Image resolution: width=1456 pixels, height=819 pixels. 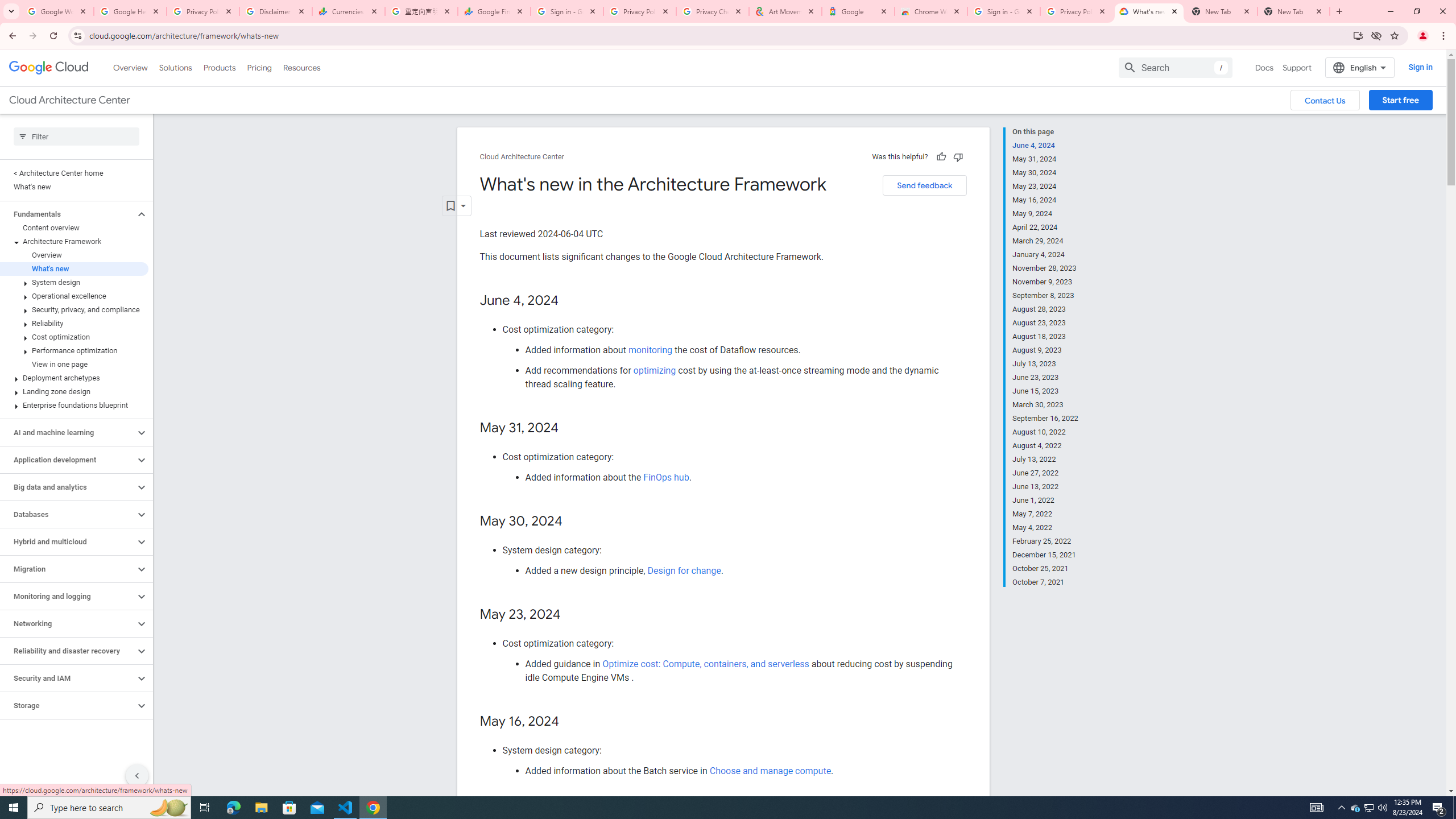 I want to click on 'May 4, 2022', so click(x=1045, y=527).